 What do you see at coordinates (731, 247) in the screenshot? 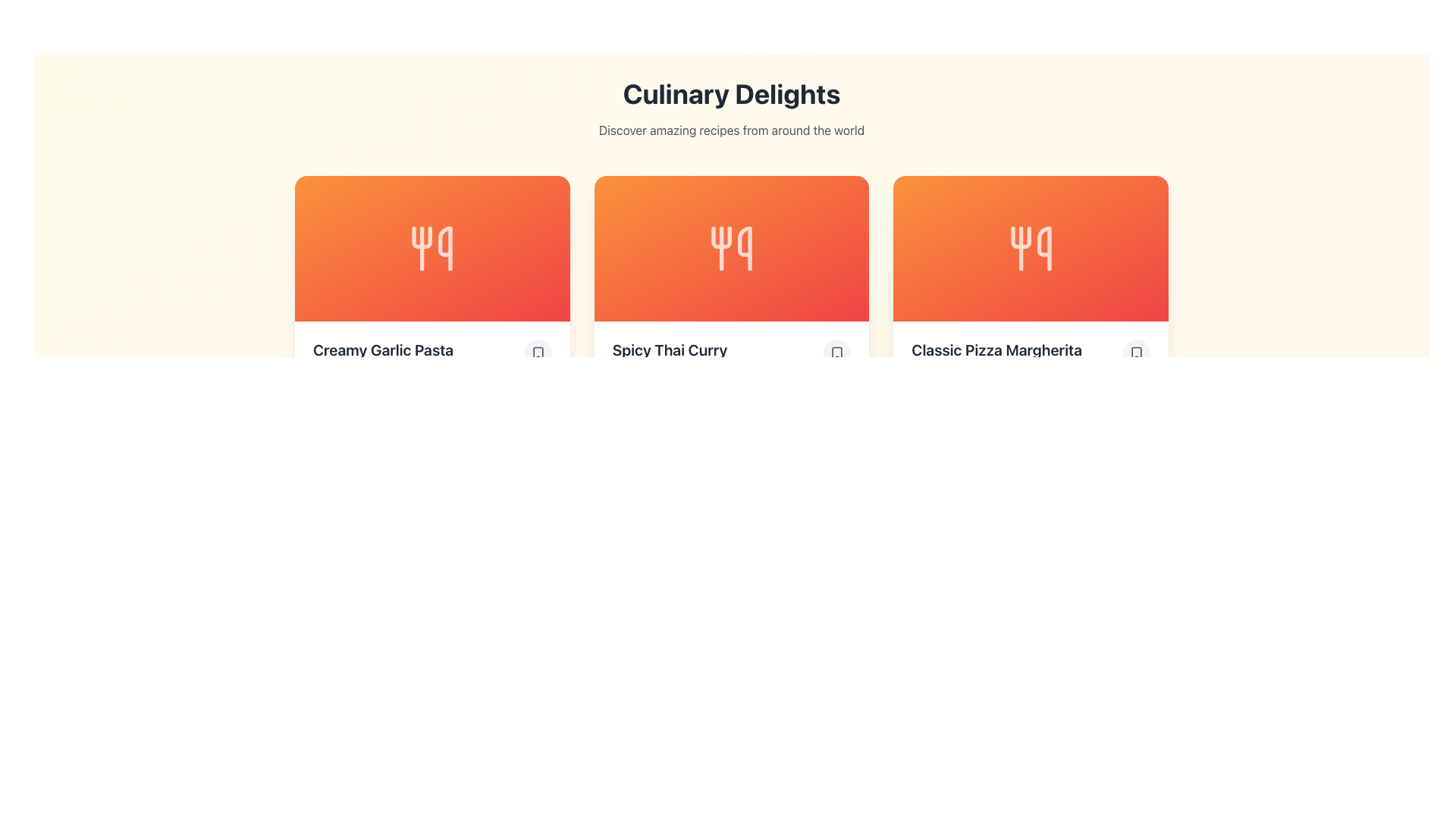
I see `the decorative icon representing the culinary theme for the 'Spicy Thai Curry' card, which is centrally positioned in the 'Culinary Delights' section` at bounding box center [731, 247].